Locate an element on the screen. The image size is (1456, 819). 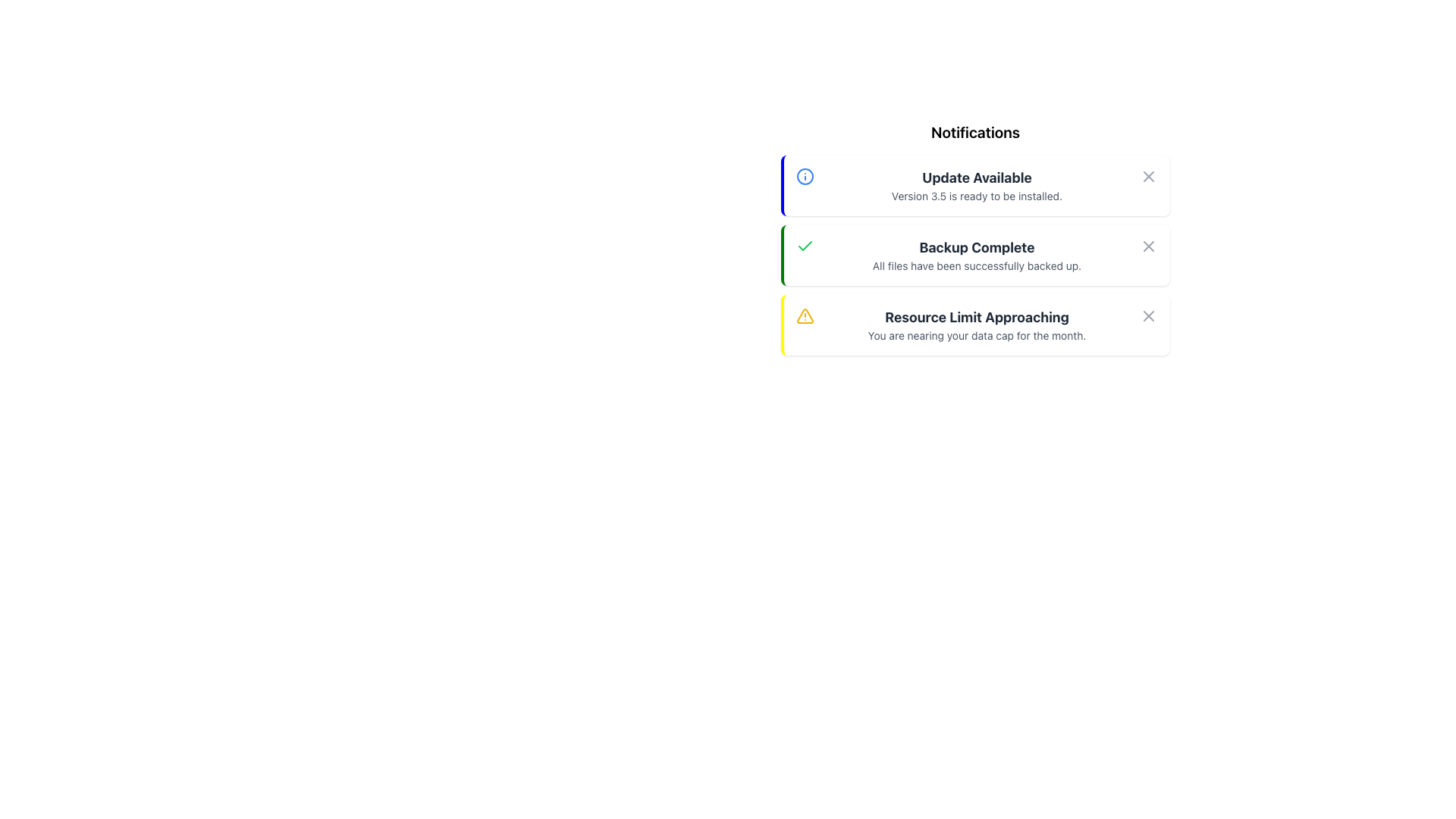
the alert text that provides additional information about the resource limit approaching warning, located under the heading 'Resource Limit Approaching' within the third notification card is located at coordinates (977, 335).